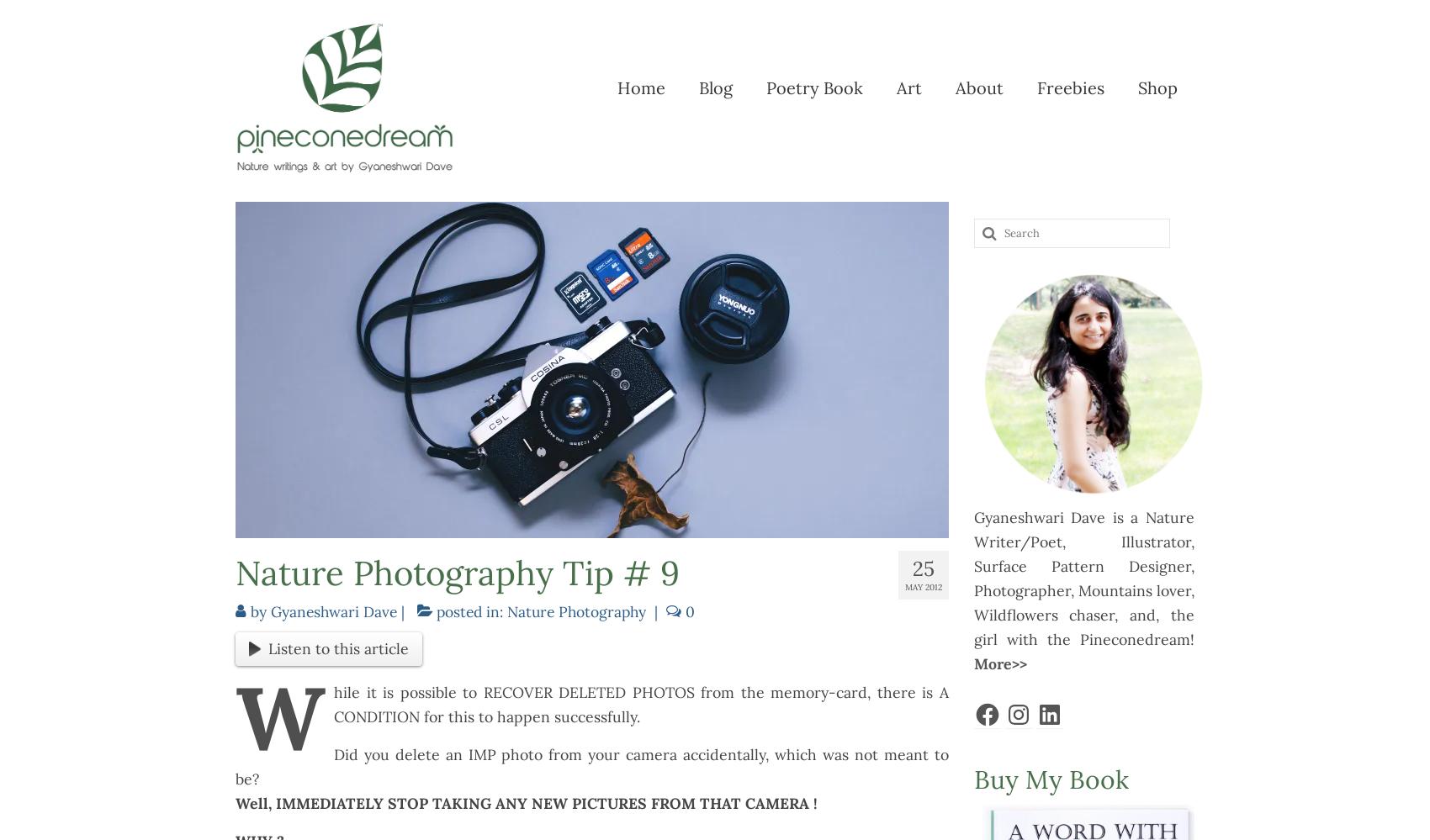 This screenshot has height=840, width=1430. I want to click on 'Nature Photography', so click(506, 610).